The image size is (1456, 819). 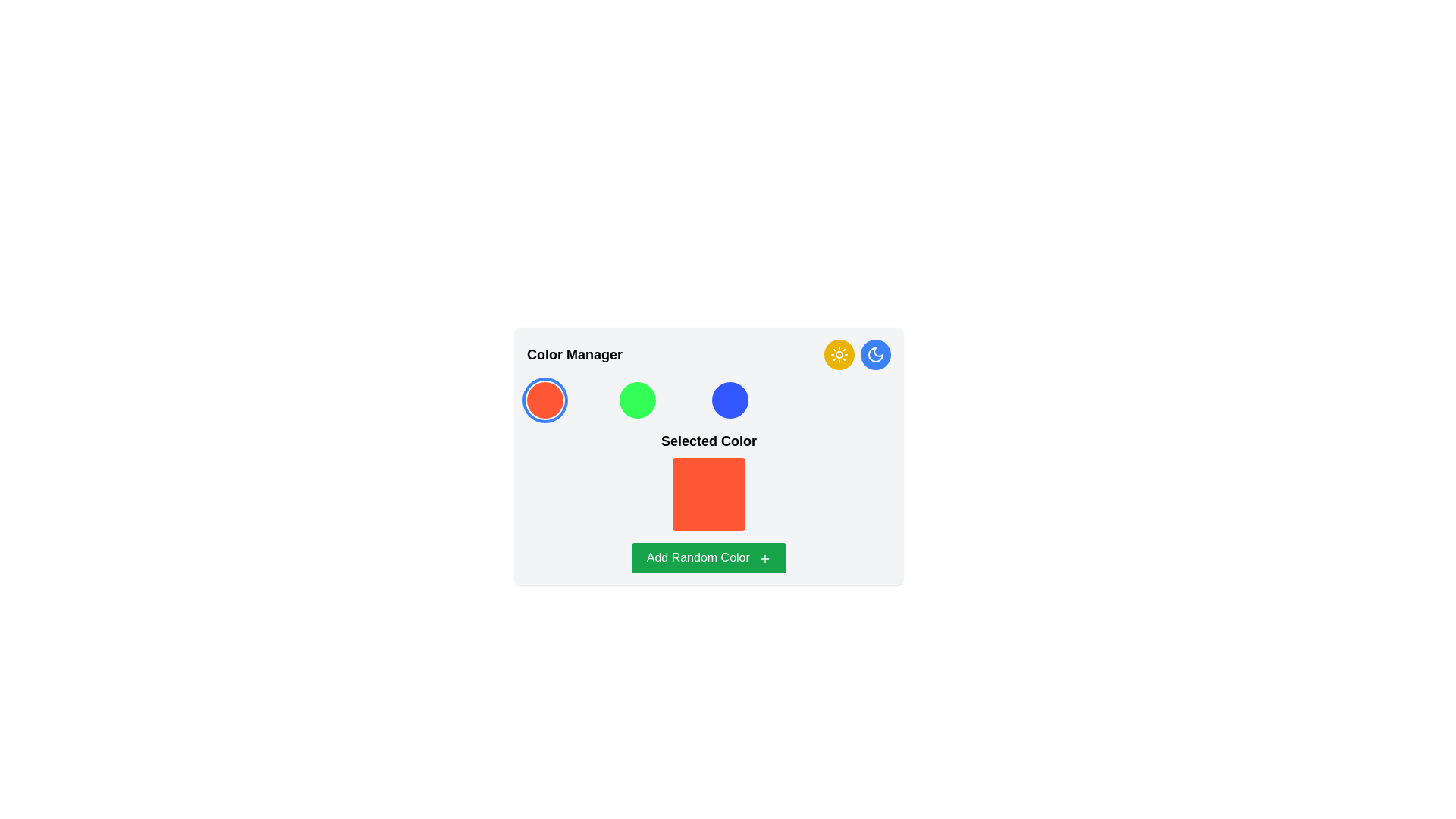 I want to click on the icon that visually represents the functionality, so click(x=765, y=558).